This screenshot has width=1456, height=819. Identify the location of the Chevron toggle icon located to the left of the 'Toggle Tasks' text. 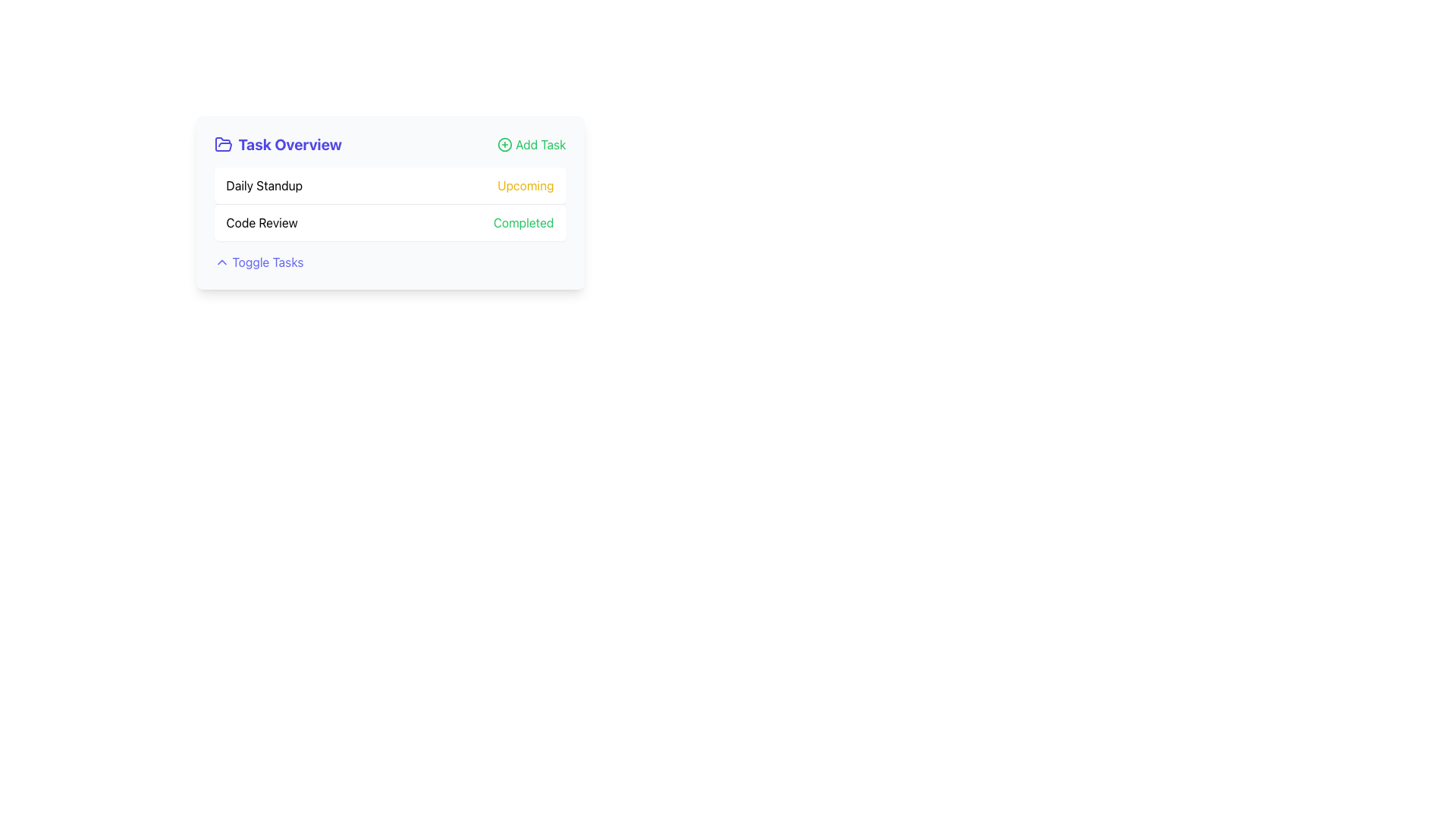
(221, 262).